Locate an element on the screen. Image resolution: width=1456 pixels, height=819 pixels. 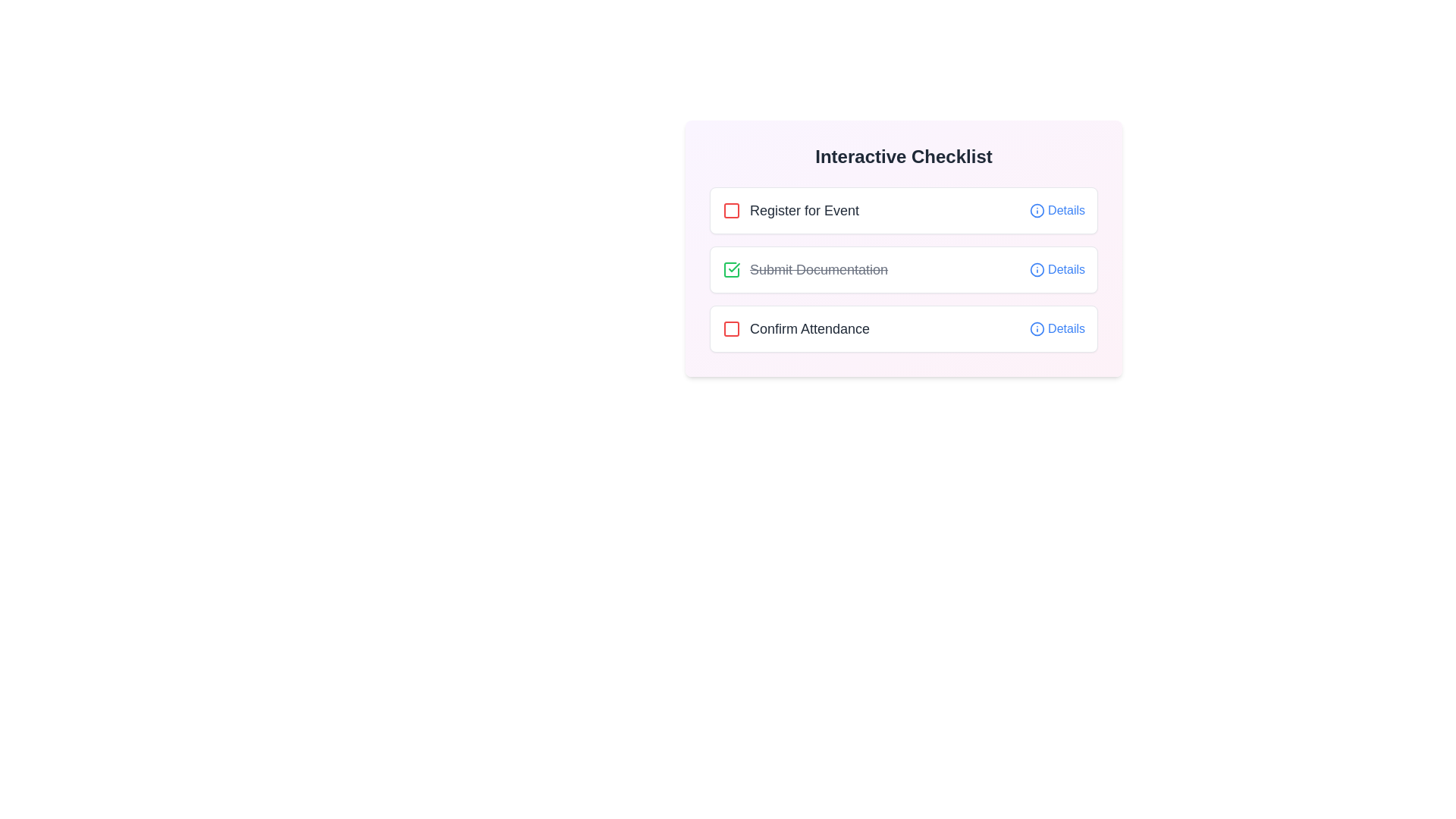
the checkbox labeled 'Confirm Attendance' is located at coordinates (795, 328).